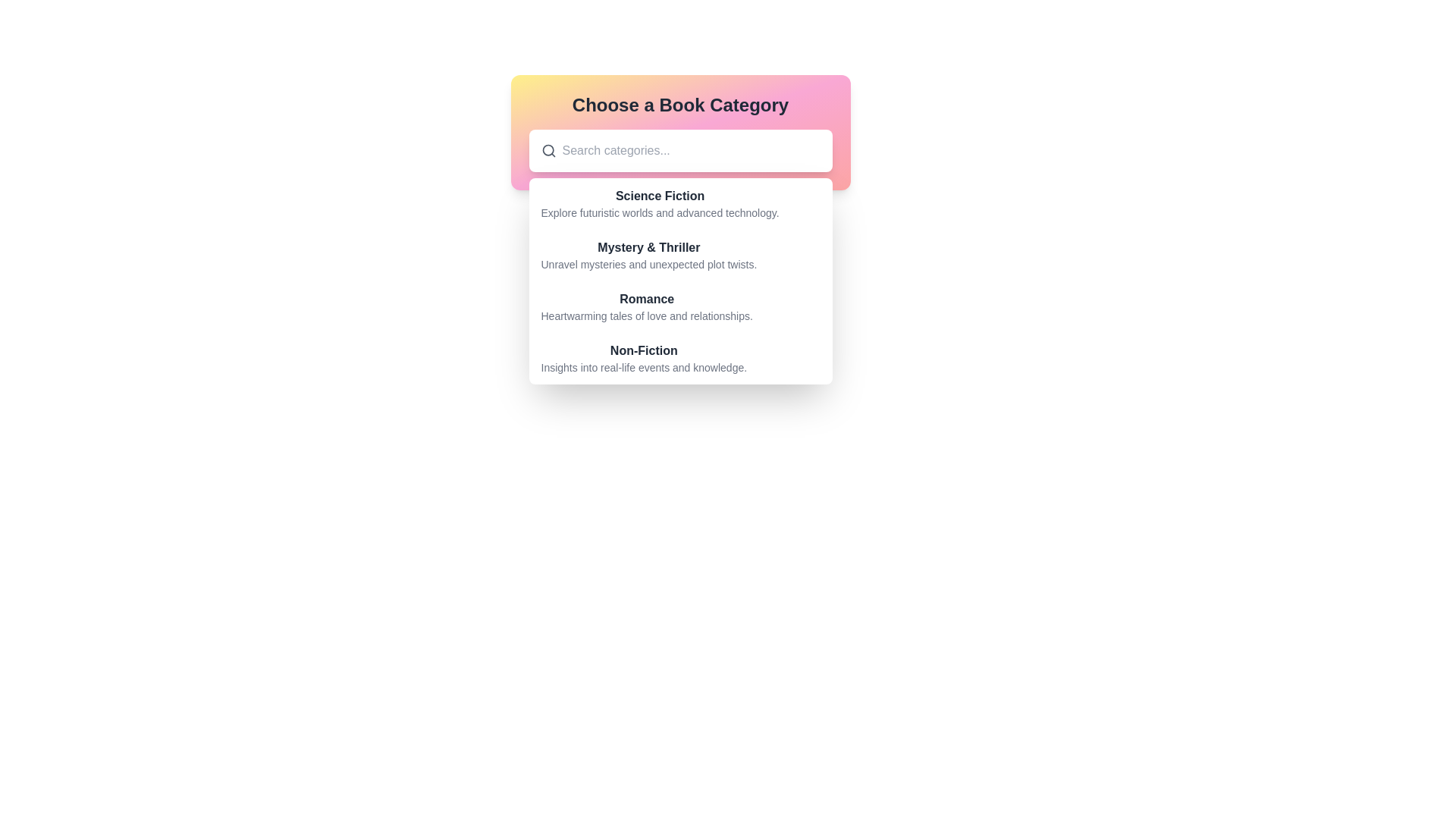 This screenshot has width=1456, height=819. Describe the element at coordinates (679, 359) in the screenshot. I see `the 'Non-Fiction' category item in the dropdown menu, which is the fourth item in a vertical list of categories` at that location.